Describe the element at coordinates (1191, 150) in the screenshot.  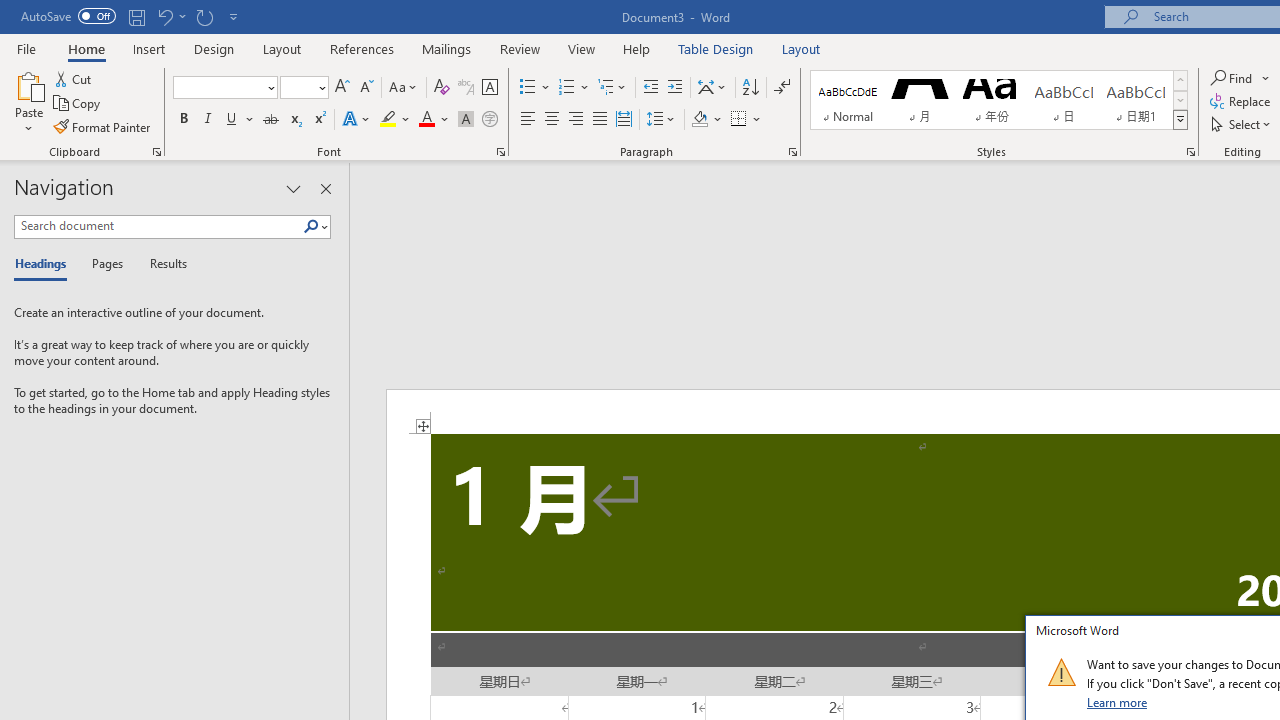
I see `'Styles...'` at that location.